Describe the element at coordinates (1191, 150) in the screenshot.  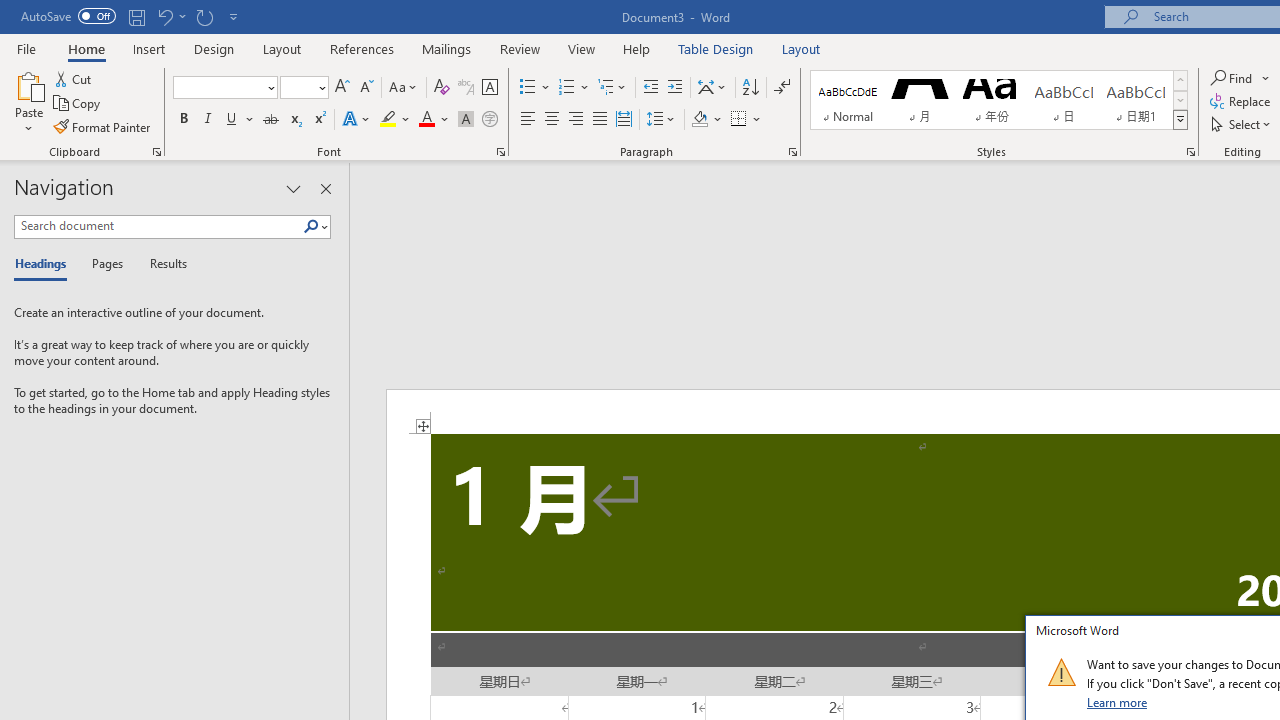
I see `'Styles...'` at that location.